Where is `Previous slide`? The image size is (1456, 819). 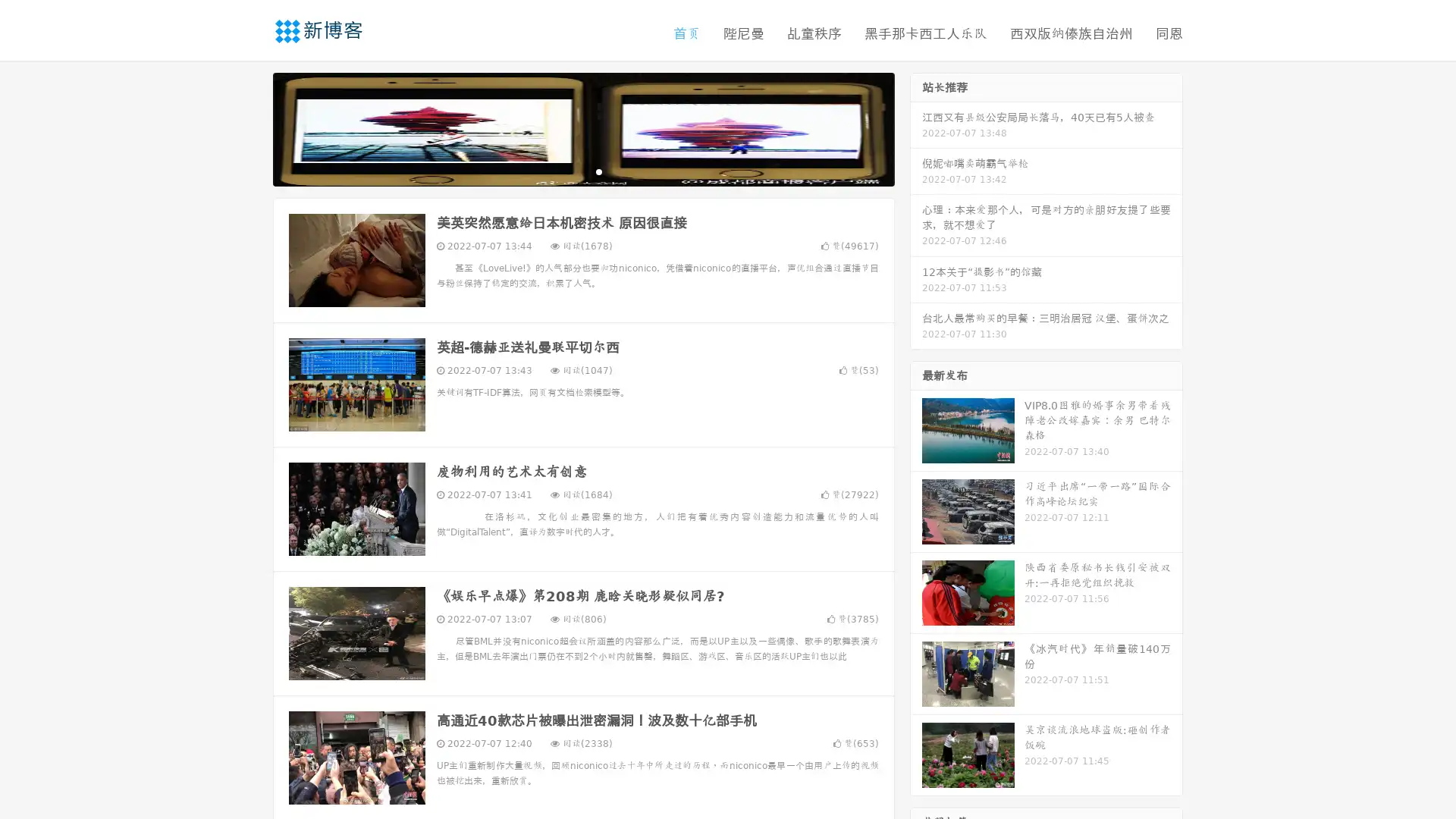
Previous slide is located at coordinates (250, 127).